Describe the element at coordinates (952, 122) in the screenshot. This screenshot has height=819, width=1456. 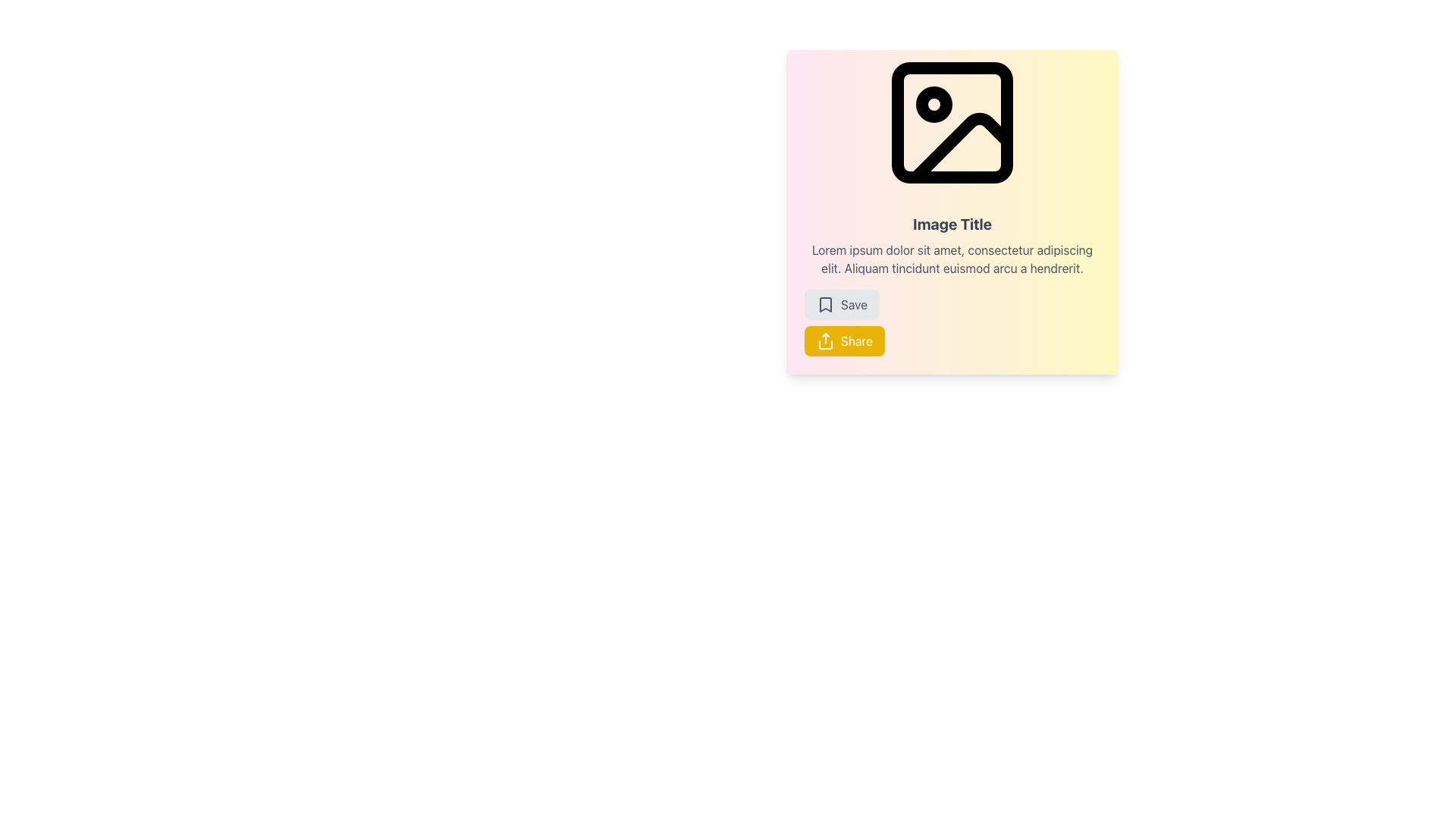
I see `the small rounded rectangle element within the icon in the header of the card component` at that location.